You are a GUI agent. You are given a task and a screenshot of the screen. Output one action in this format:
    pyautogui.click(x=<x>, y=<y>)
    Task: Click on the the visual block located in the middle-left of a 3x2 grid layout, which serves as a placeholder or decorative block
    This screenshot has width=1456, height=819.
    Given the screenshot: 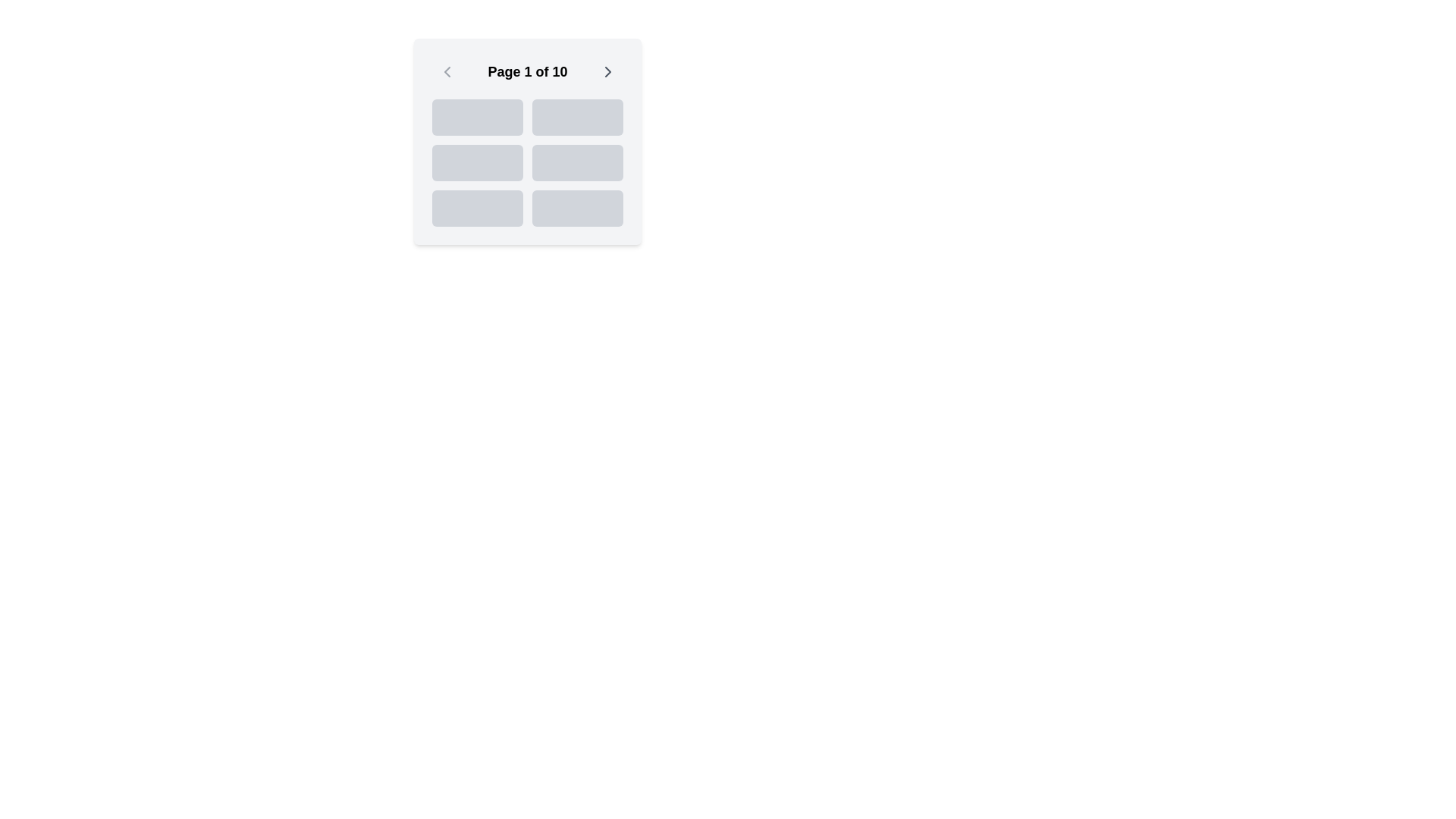 What is the action you would take?
    pyautogui.click(x=476, y=163)
    